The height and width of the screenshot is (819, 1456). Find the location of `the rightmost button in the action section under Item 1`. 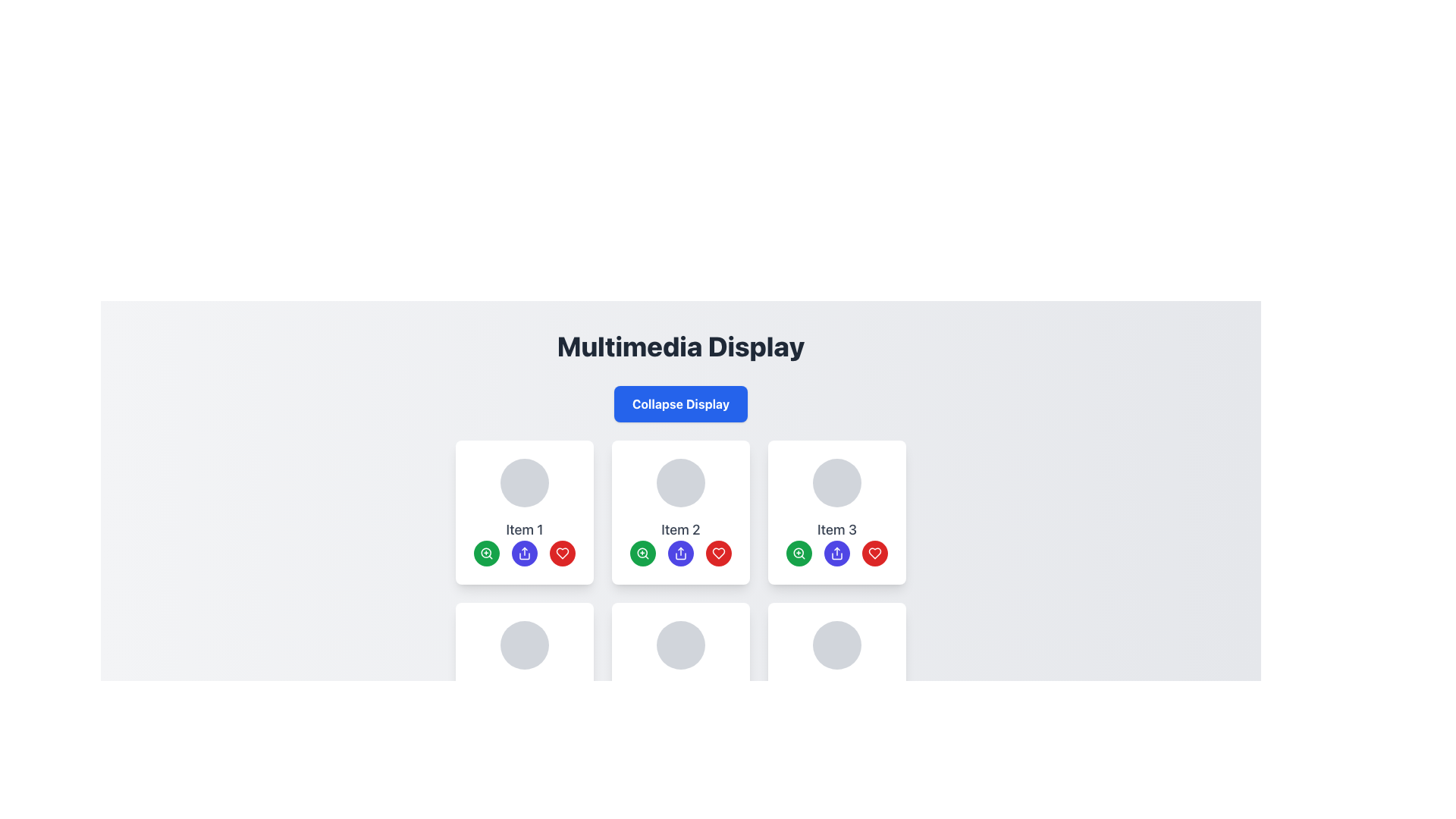

the rightmost button in the action section under Item 1 is located at coordinates (562, 553).